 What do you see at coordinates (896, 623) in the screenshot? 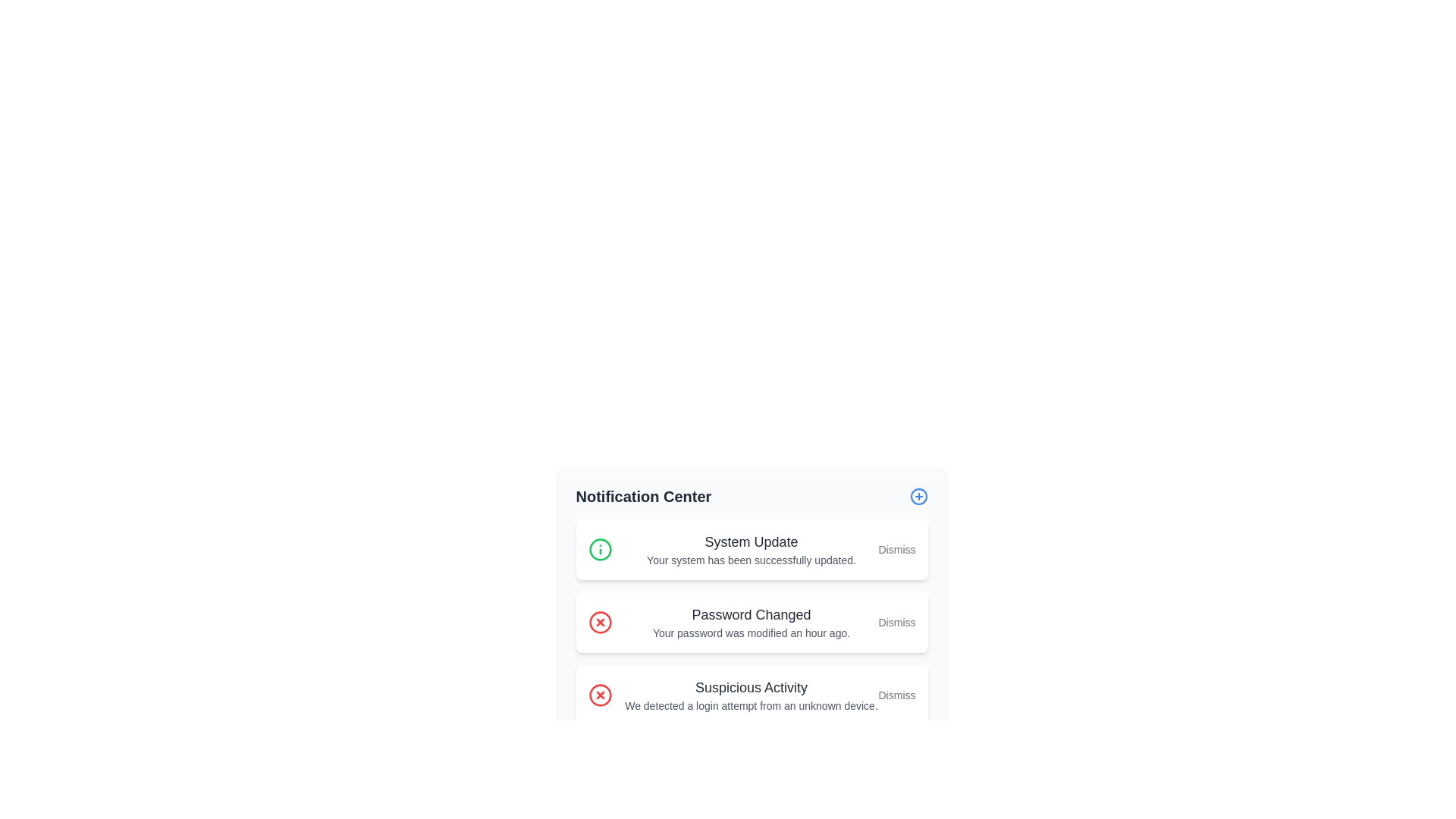
I see `the 'Dismiss' text-based interactive button located at the far-right side of the 'Password Changed' notification card to underline the text` at bounding box center [896, 623].